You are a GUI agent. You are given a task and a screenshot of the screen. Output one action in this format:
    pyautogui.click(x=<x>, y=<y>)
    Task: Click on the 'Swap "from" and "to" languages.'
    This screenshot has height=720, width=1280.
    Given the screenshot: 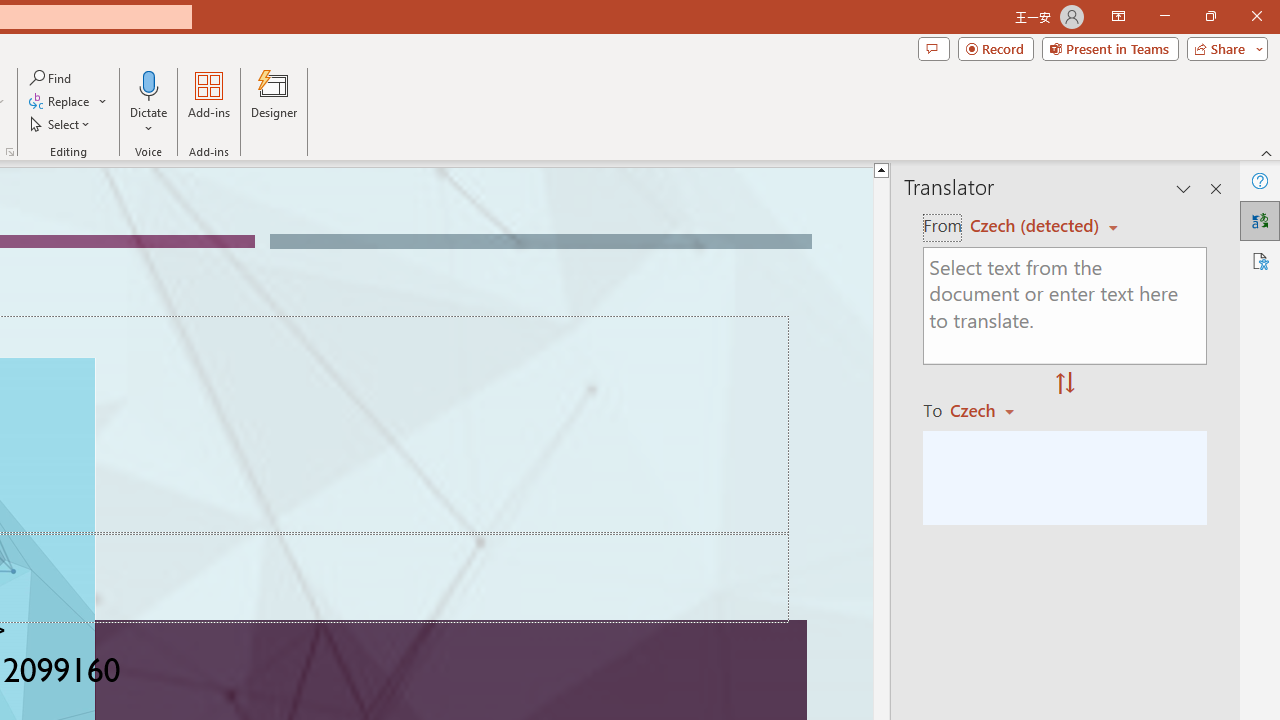 What is the action you would take?
    pyautogui.click(x=1064, y=384)
    